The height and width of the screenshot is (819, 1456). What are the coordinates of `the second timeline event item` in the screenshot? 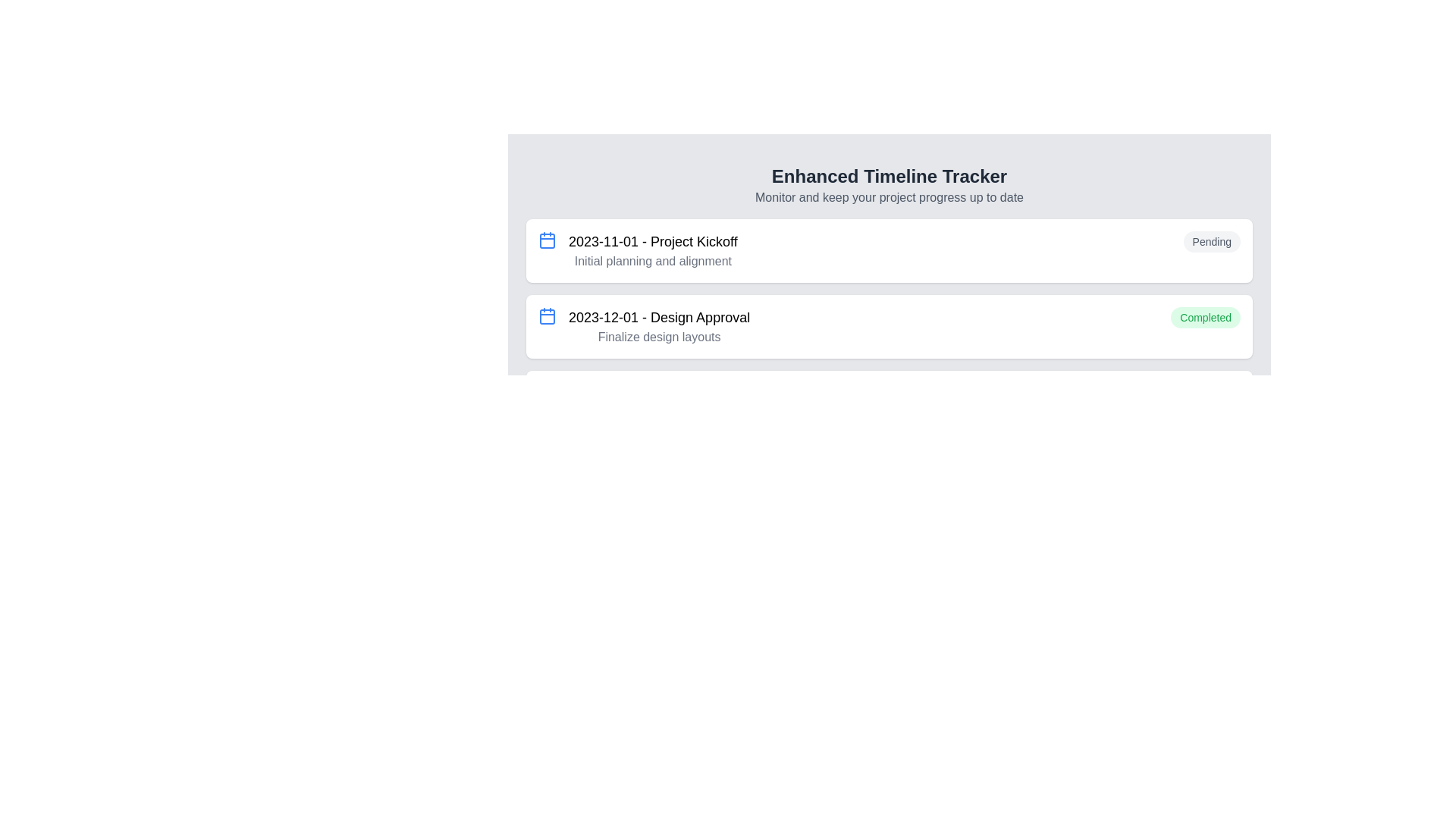 It's located at (889, 326).